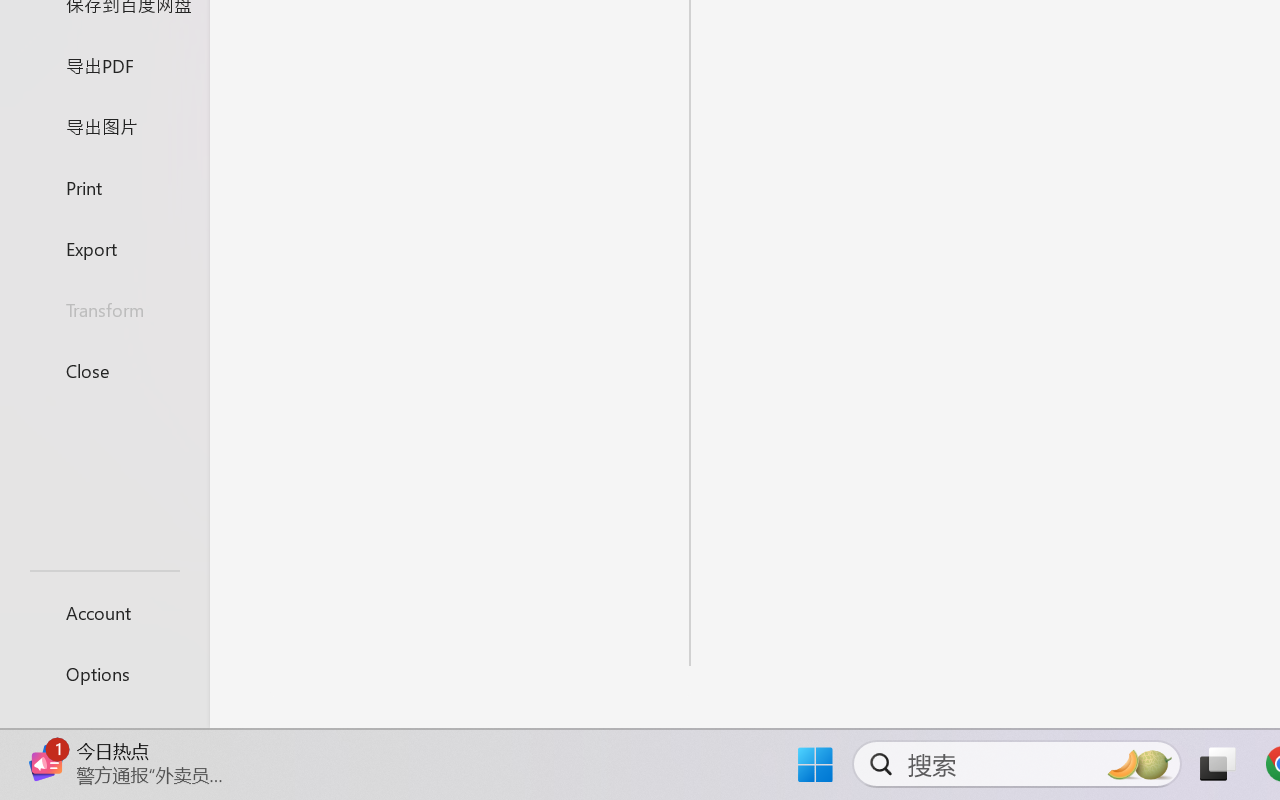 The height and width of the screenshot is (800, 1280). What do you see at coordinates (103, 673) in the screenshot?
I see `'Options'` at bounding box center [103, 673].